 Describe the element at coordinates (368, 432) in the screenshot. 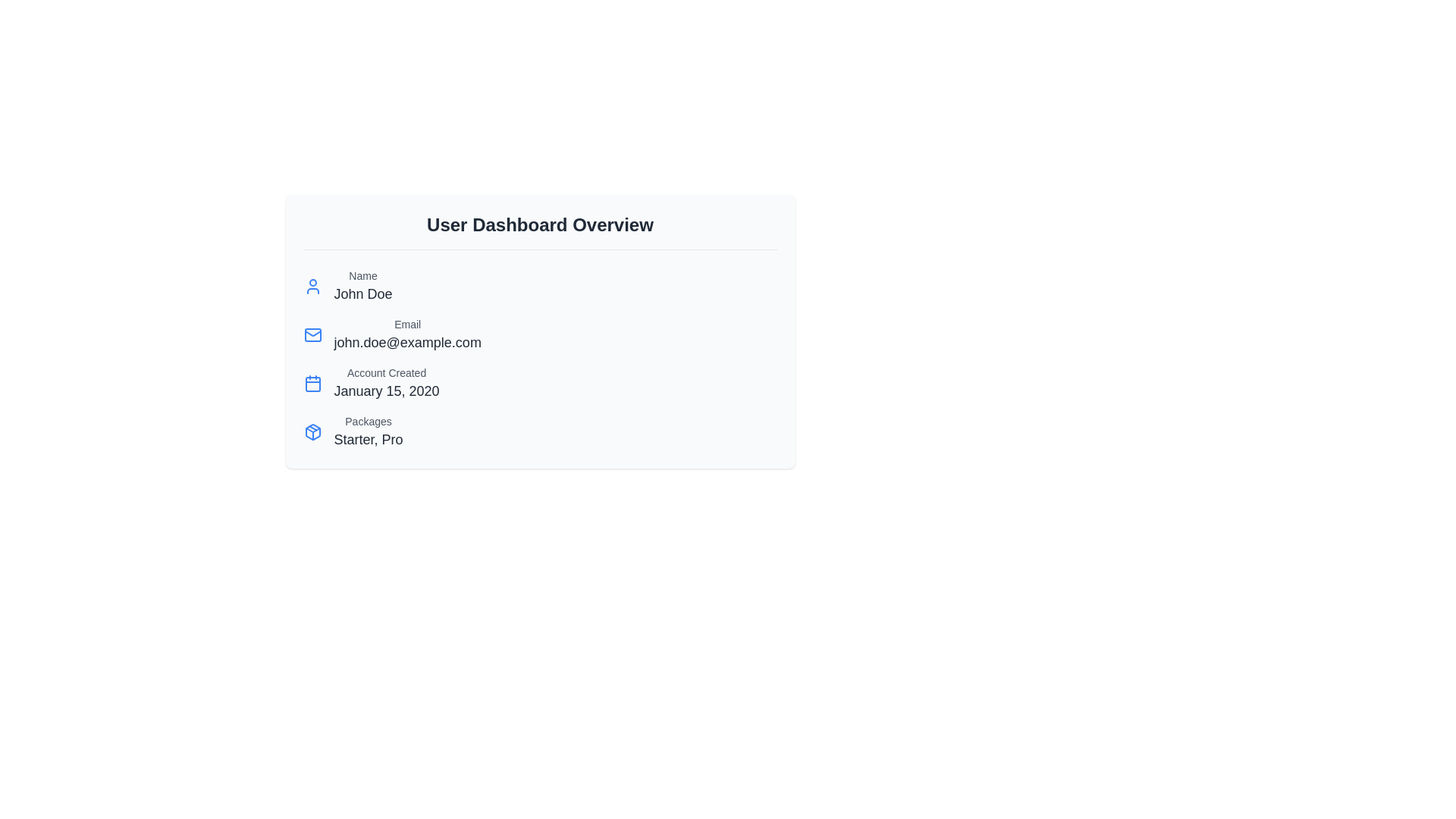

I see `text of the static text component that is the fourth item in the user dashboard overview interface, located below the 'Account Created' section` at that location.